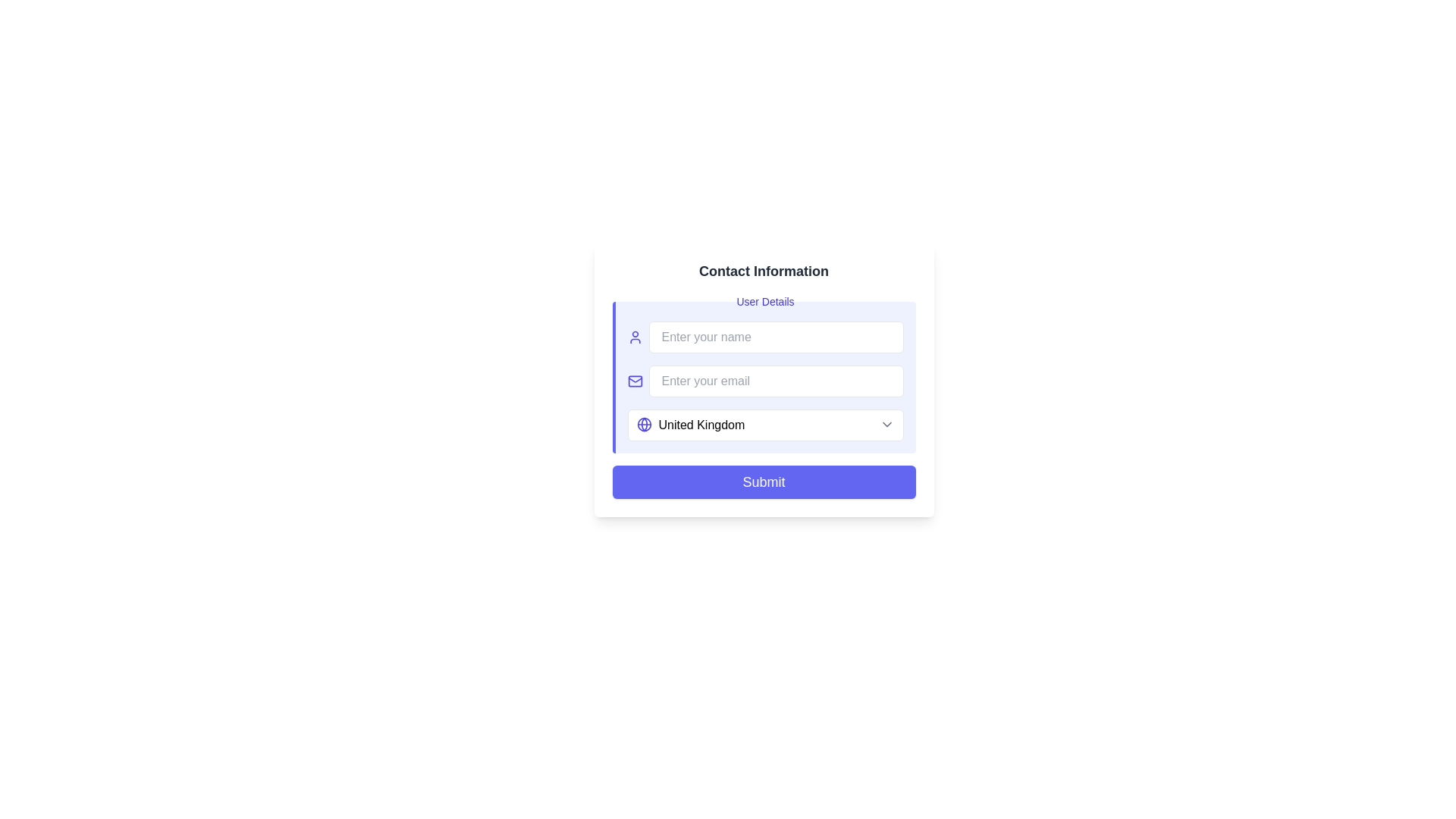 Image resolution: width=1456 pixels, height=819 pixels. What do you see at coordinates (765, 301) in the screenshot?
I see `the 'User Details' text label, which is styled in medium indigo font and located above the name input box within a light indigo background panel` at bounding box center [765, 301].